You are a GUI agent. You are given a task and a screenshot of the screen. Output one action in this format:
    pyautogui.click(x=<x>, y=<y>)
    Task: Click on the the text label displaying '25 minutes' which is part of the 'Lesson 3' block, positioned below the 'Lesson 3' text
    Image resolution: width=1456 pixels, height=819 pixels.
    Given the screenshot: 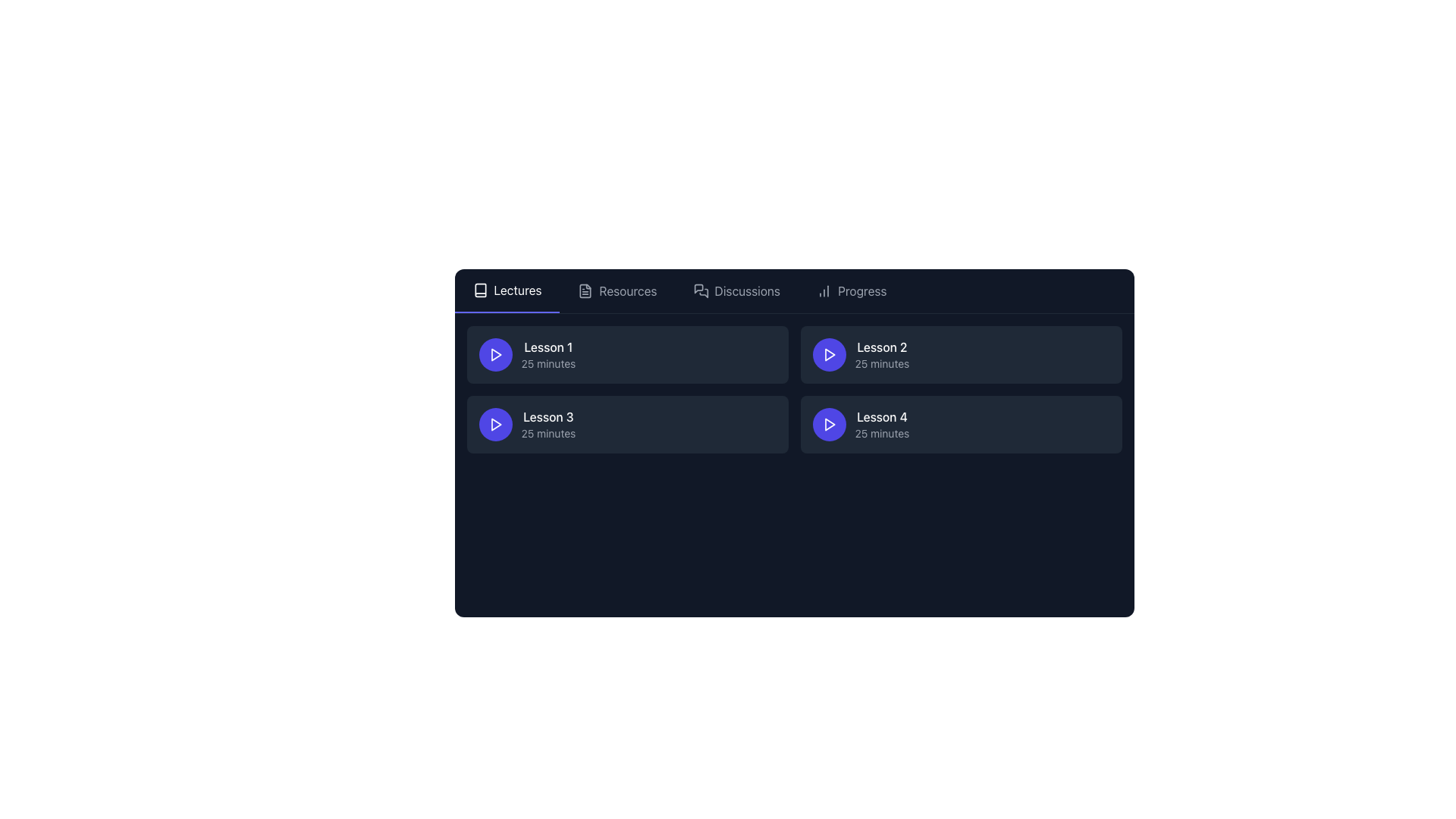 What is the action you would take?
    pyautogui.click(x=548, y=433)
    